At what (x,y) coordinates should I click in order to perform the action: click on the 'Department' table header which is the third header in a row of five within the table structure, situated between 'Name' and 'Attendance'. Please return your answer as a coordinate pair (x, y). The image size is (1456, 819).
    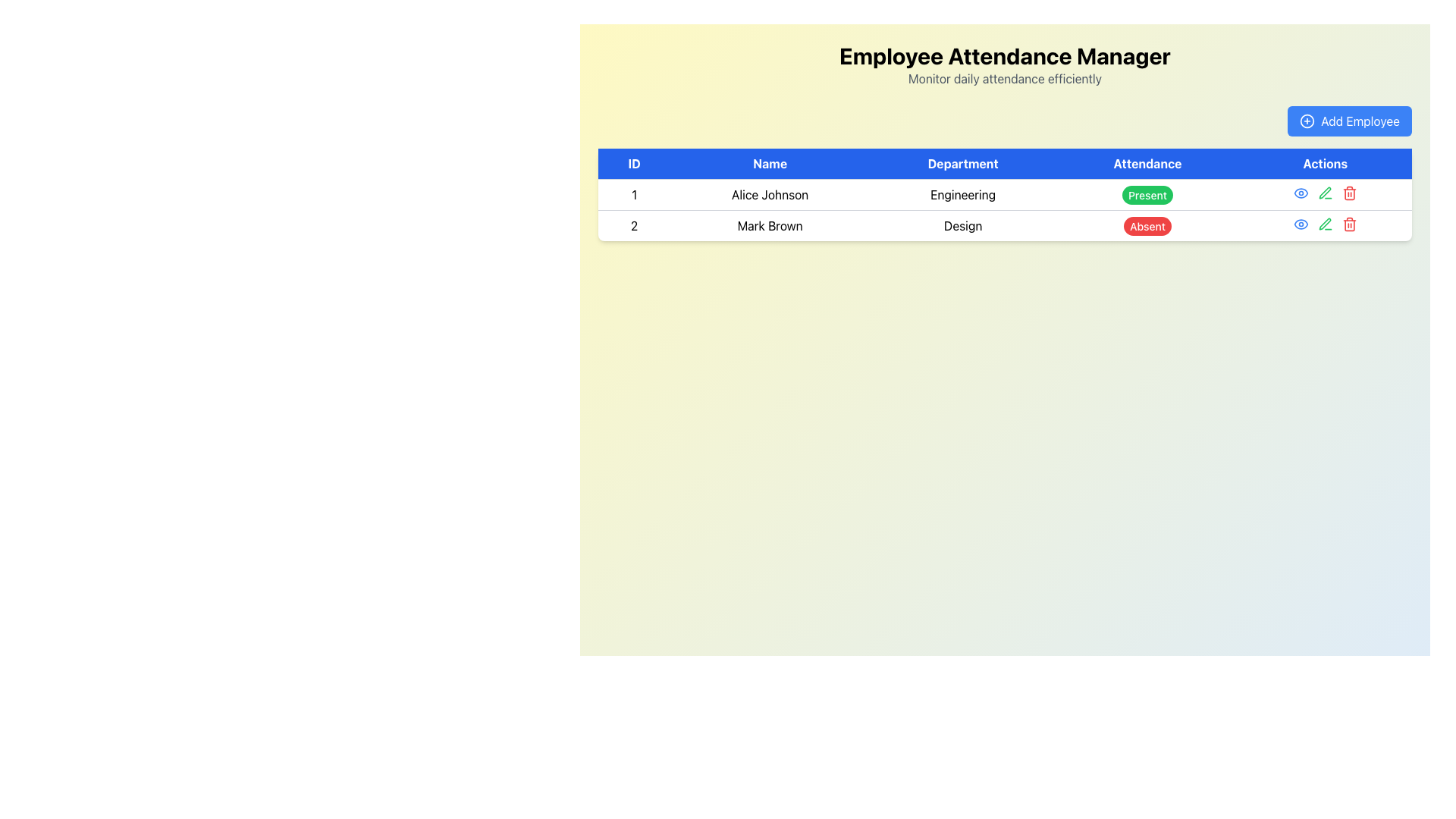
    Looking at the image, I should click on (962, 164).